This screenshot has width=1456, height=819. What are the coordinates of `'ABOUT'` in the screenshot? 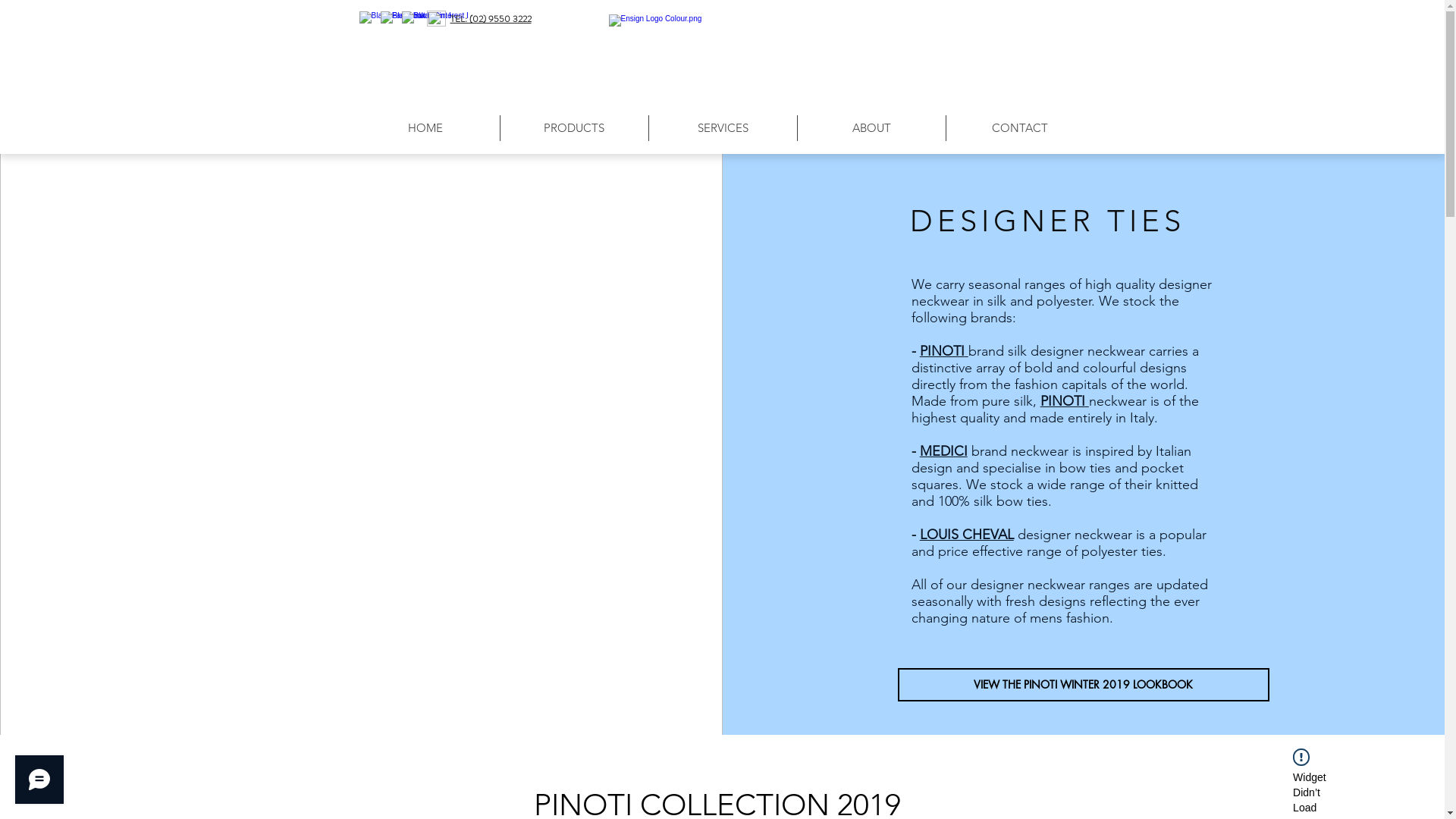 It's located at (870, 127).